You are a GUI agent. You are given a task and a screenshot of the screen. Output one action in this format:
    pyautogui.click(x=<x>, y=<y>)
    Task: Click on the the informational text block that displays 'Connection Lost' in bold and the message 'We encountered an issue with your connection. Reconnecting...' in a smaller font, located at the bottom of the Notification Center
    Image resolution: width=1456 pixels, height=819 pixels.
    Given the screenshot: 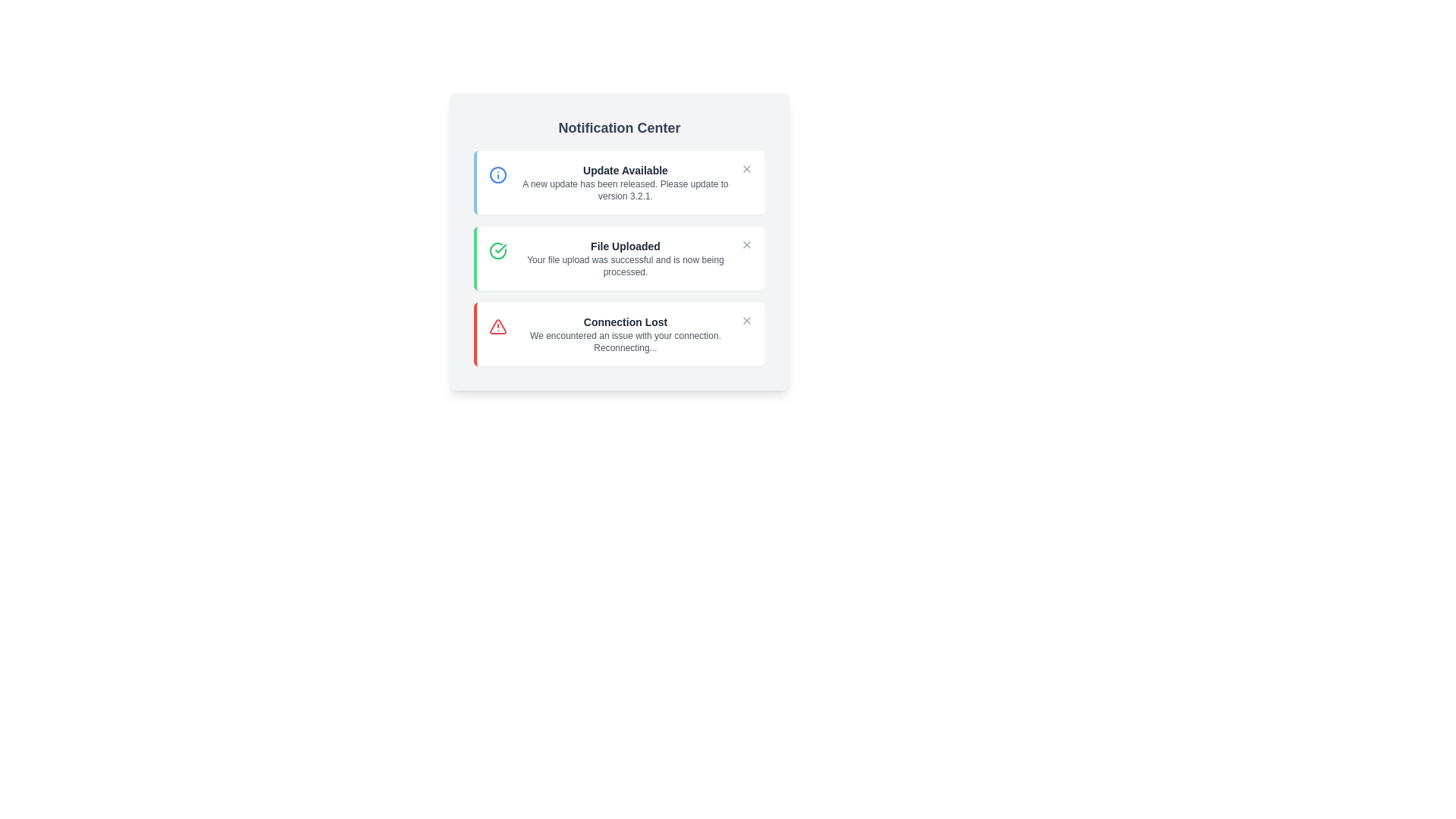 What is the action you would take?
    pyautogui.click(x=626, y=333)
    